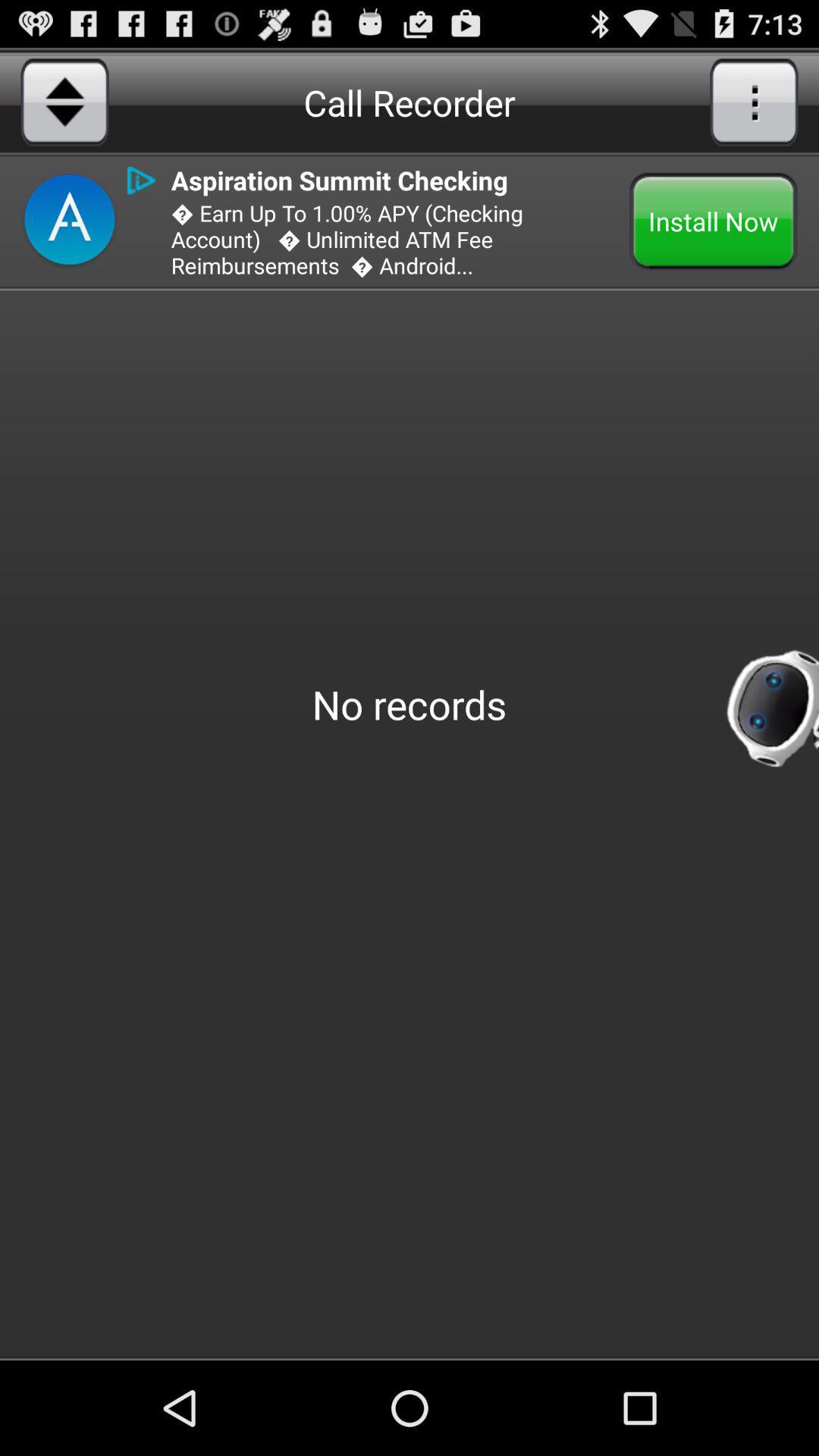 The height and width of the screenshot is (1456, 819). What do you see at coordinates (772, 703) in the screenshot?
I see `the robot image` at bounding box center [772, 703].